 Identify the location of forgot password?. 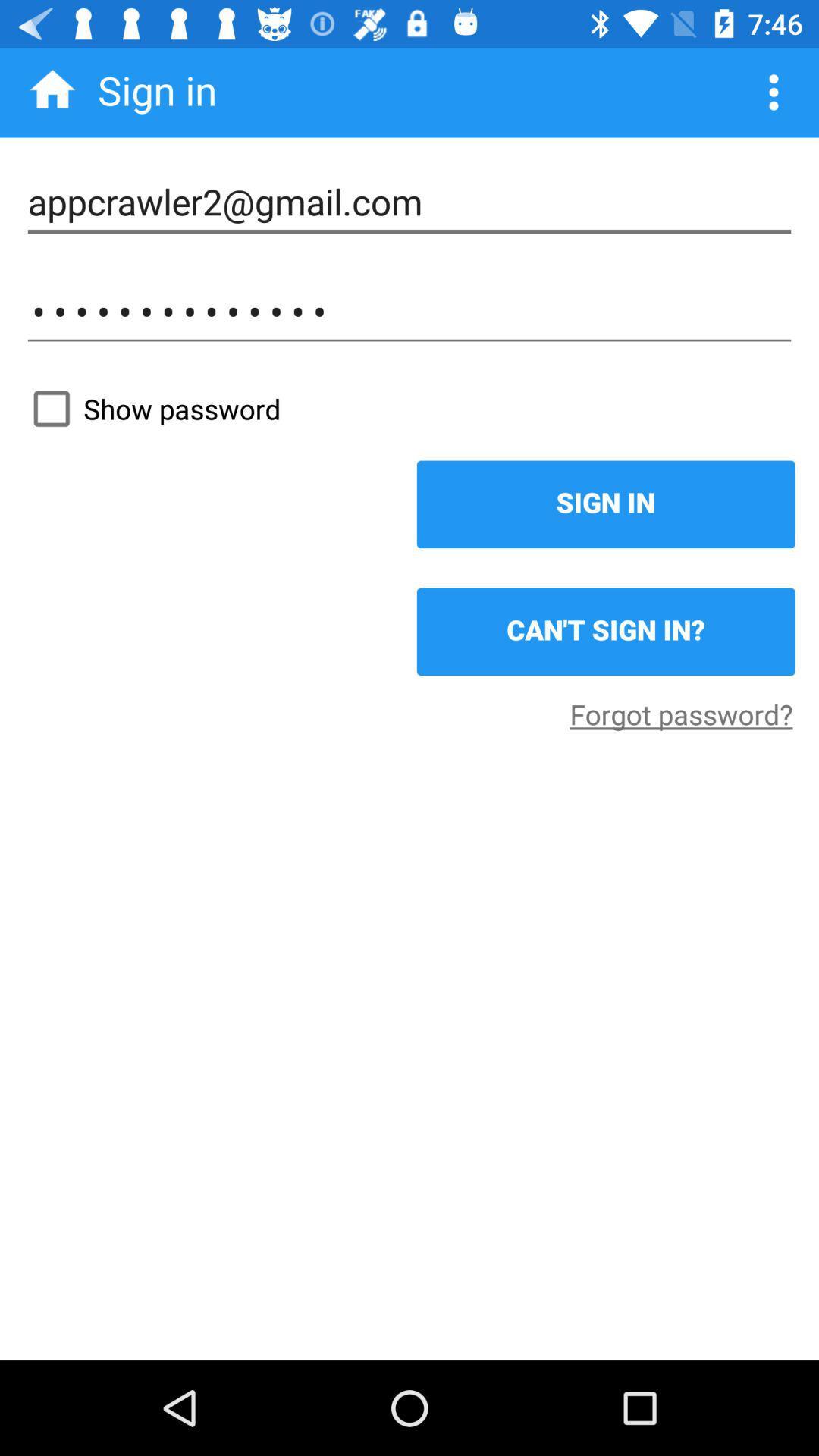
(680, 713).